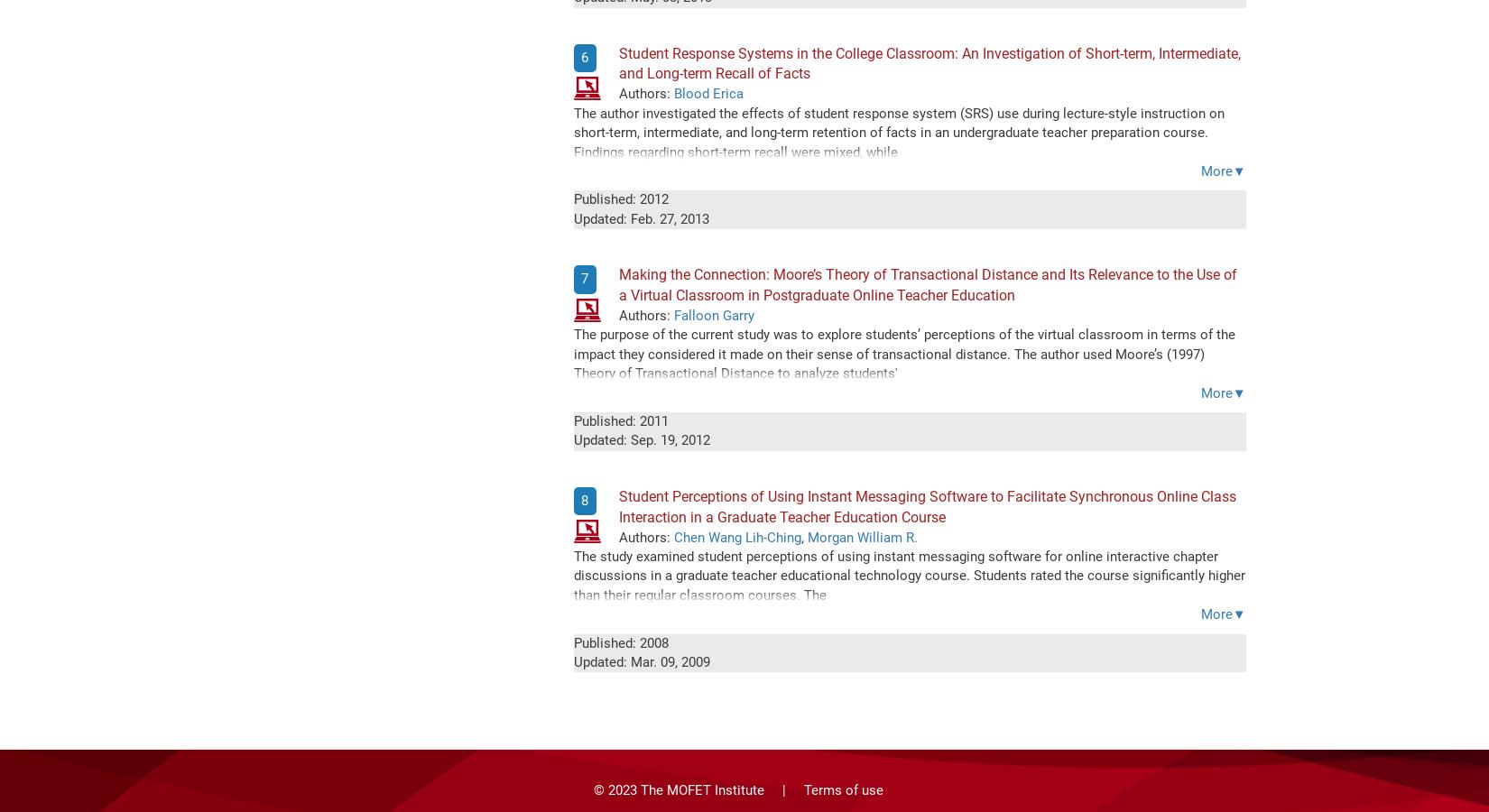 The height and width of the screenshot is (812, 1489). I want to click on 'Feb. 27, 2013', so click(668, 217).